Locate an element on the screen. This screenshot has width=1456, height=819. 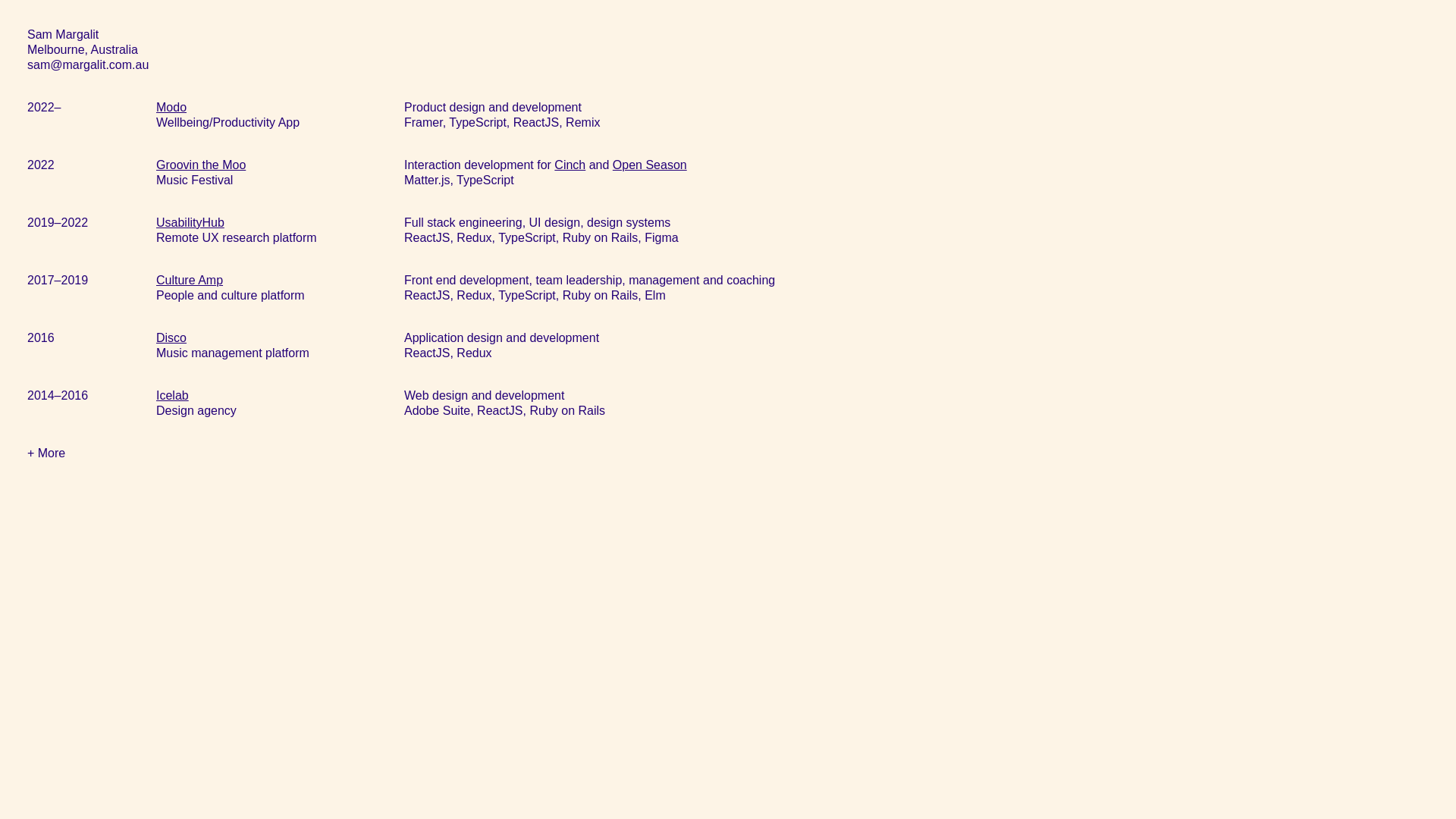
'UsabilityHub' is located at coordinates (189, 222).